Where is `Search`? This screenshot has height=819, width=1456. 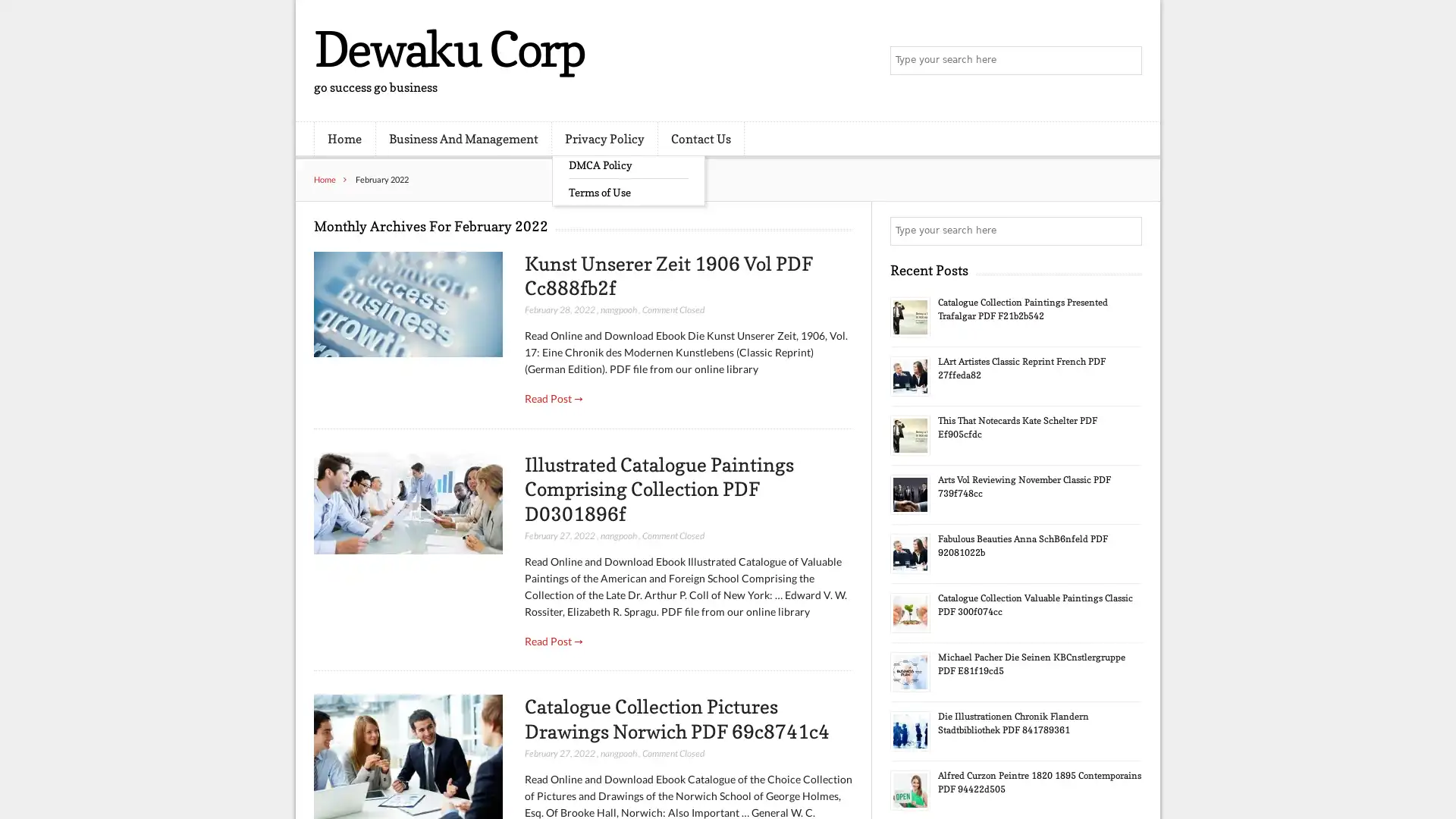
Search is located at coordinates (1126, 61).